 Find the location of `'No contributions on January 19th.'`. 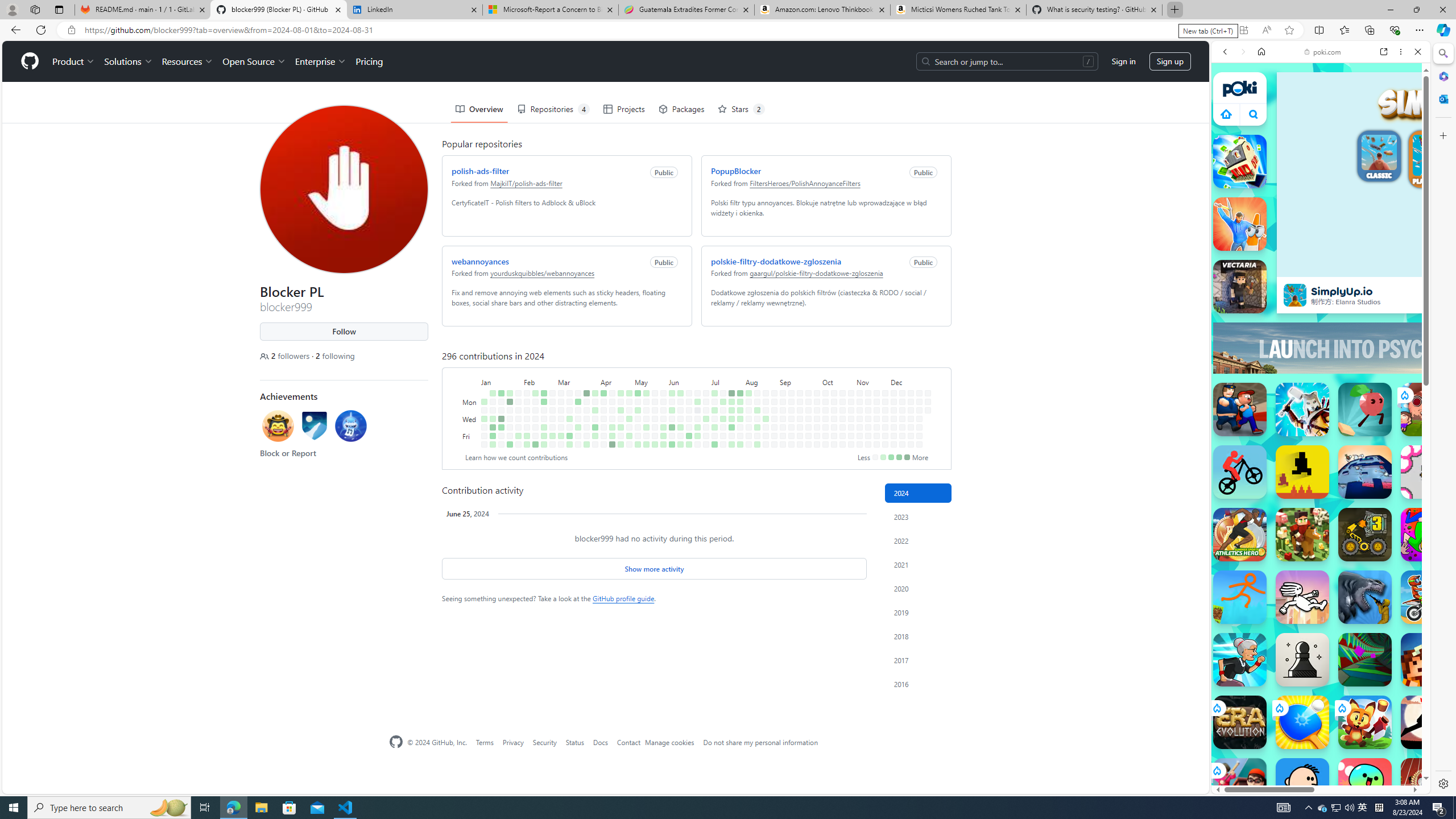

'No contributions on January 19th.' is located at coordinates (500, 435).